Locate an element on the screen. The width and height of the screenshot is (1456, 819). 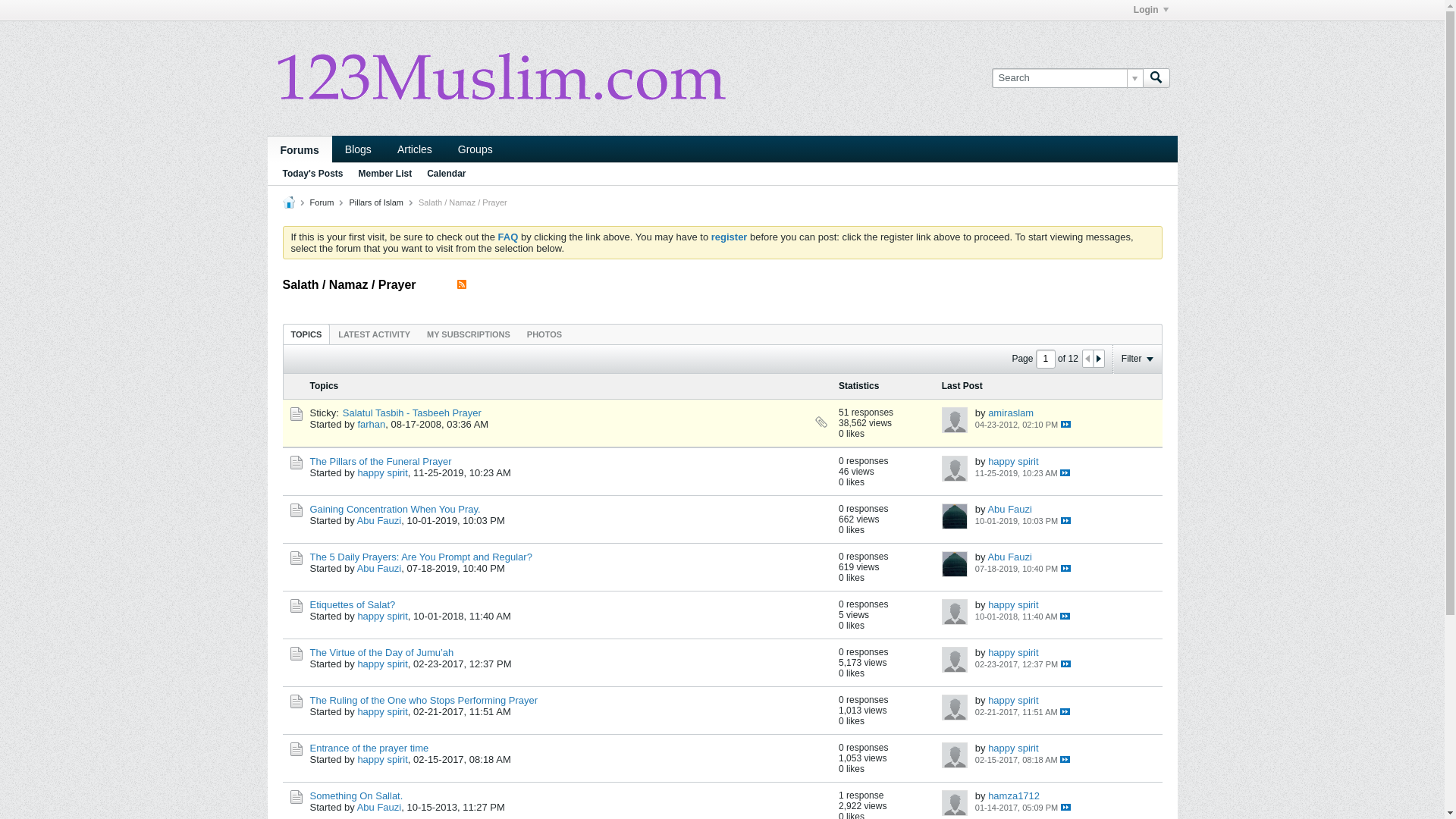
'Next Page' is located at coordinates (1099, 359).